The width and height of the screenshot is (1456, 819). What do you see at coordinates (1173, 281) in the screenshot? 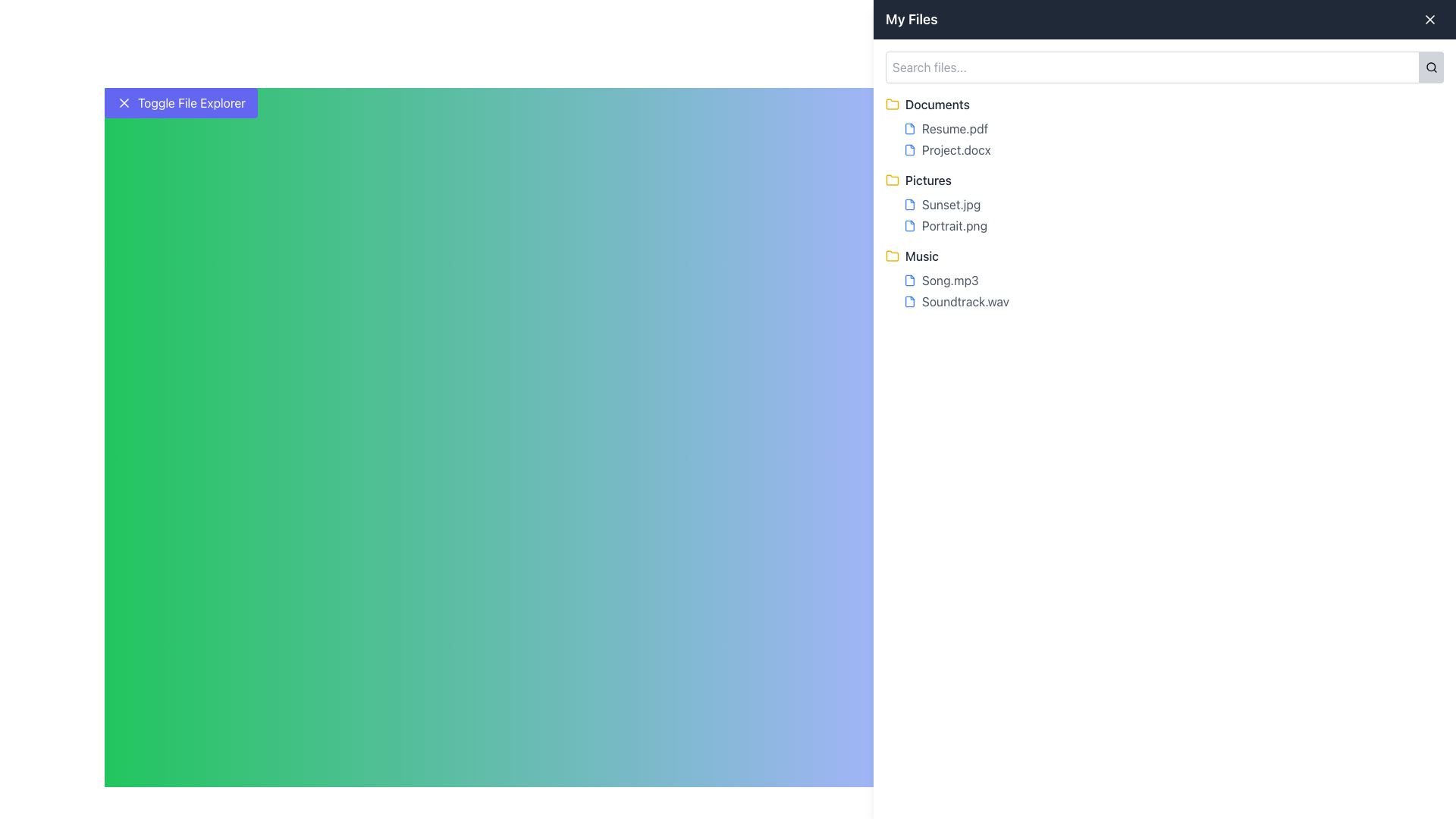
I see `on the file item named 'Song.mp3' in the Music folder` at bounding box center [1173, 281].